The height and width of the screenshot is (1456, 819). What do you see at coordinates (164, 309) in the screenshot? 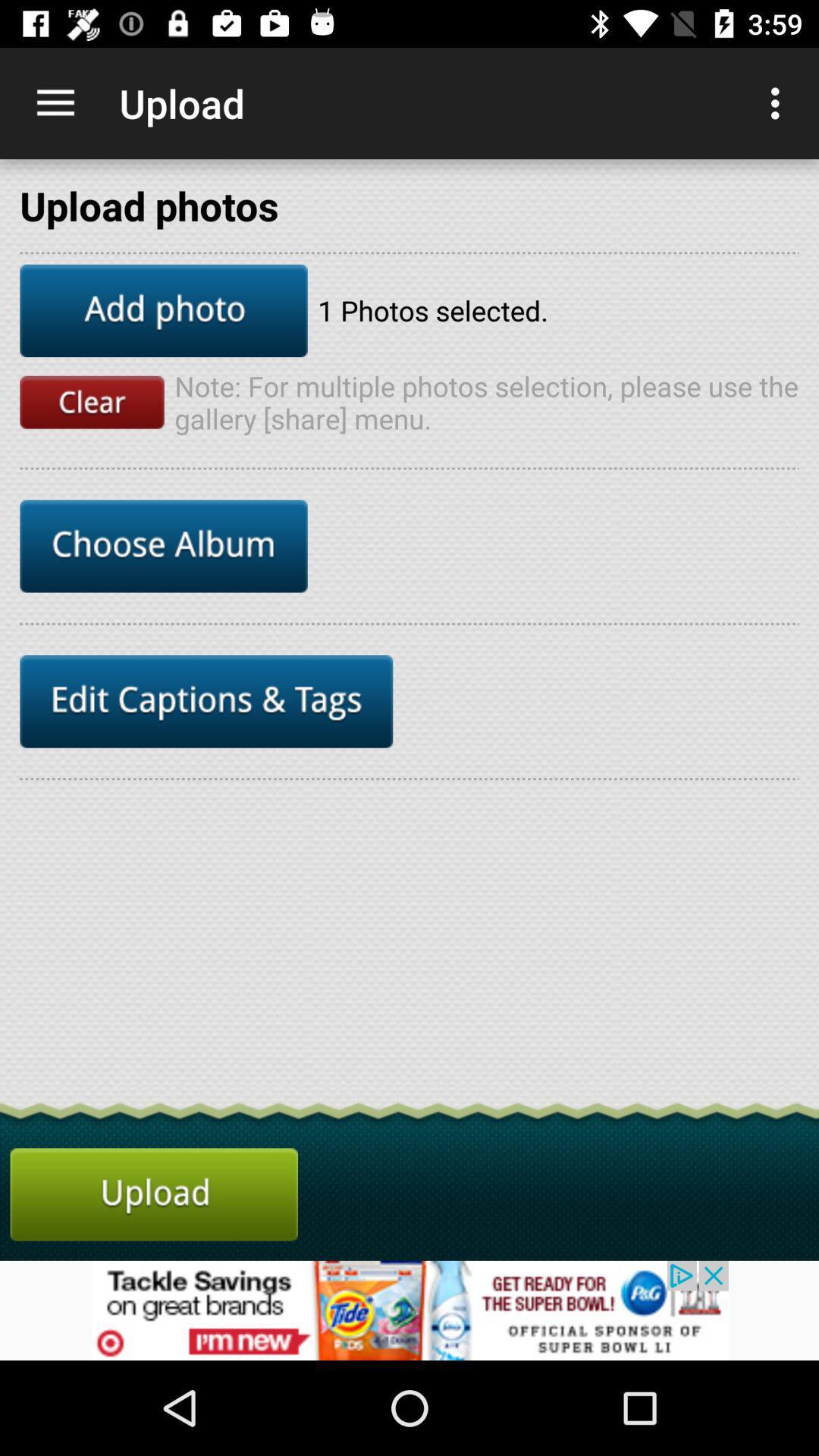
I see `add photo` at bounding box center [164, 309].